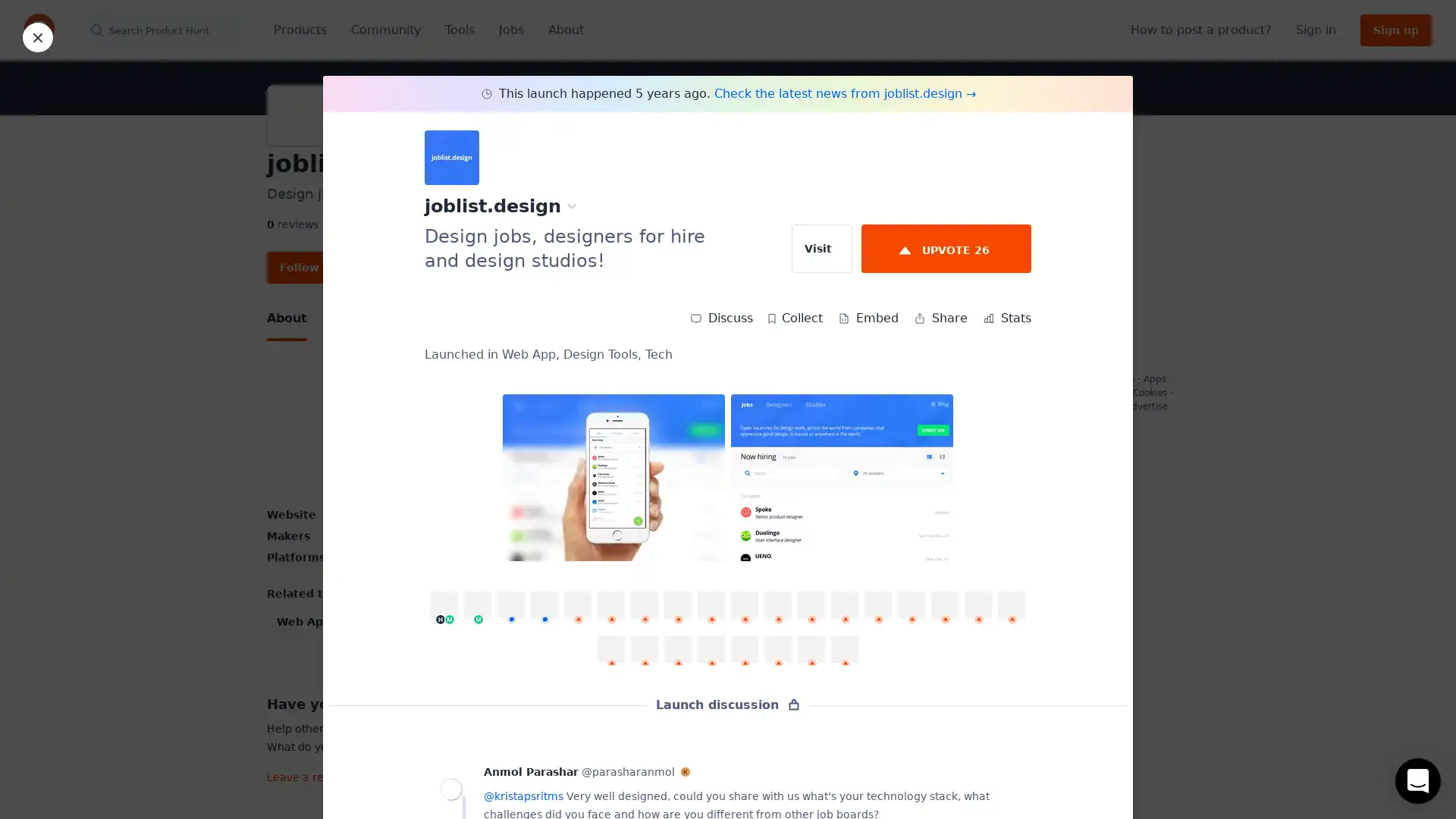 The width and height of the screenshot is (1456, 819). Describe the element at coordinates (673, 432) in the screenshot. I see `joblist.design image` at that location.